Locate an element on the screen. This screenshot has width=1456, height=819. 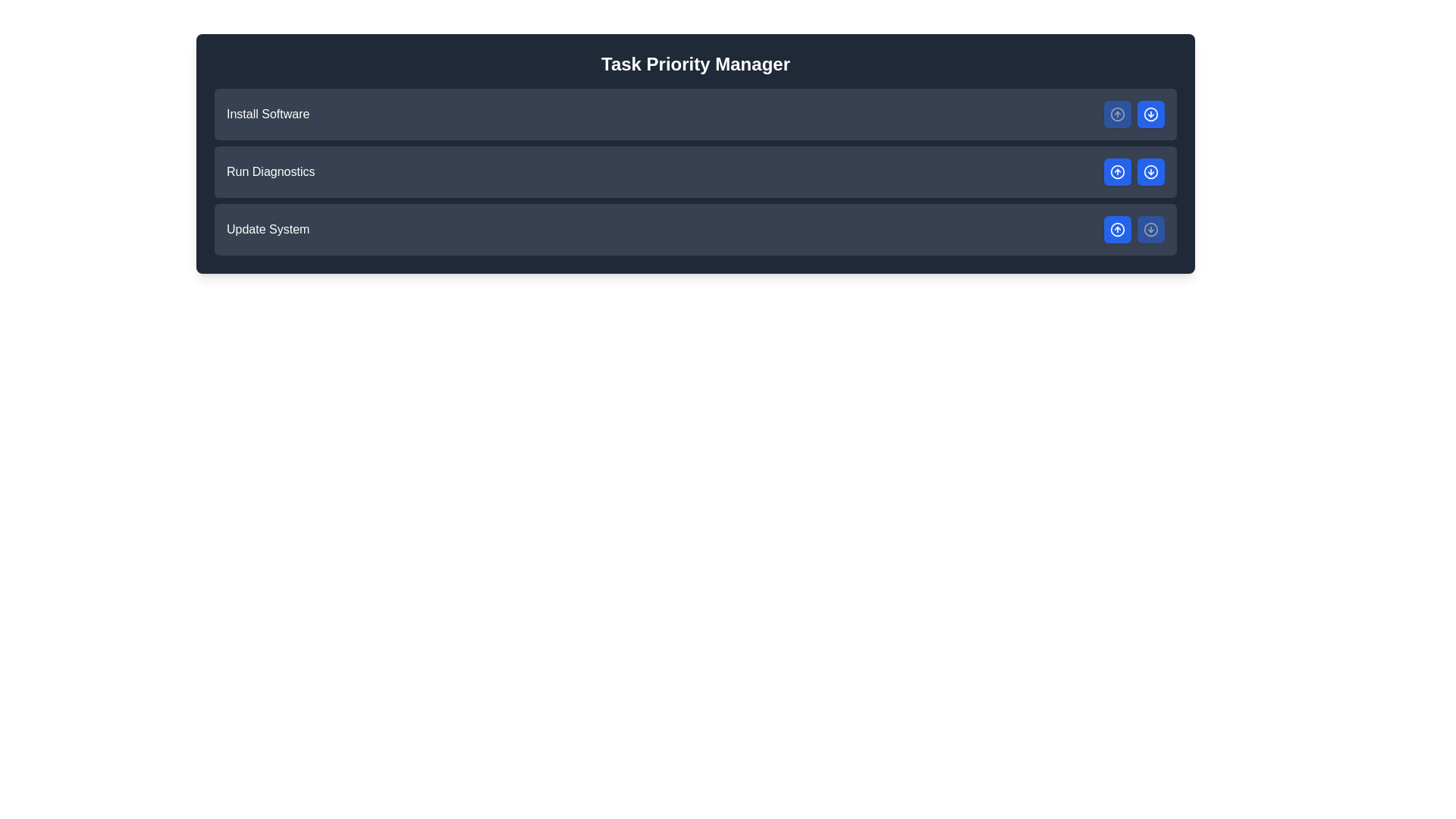
the horizontal button group located on the right-hand side of the 'Run Diagnostics' panel is located at coordinates (1134, 171).